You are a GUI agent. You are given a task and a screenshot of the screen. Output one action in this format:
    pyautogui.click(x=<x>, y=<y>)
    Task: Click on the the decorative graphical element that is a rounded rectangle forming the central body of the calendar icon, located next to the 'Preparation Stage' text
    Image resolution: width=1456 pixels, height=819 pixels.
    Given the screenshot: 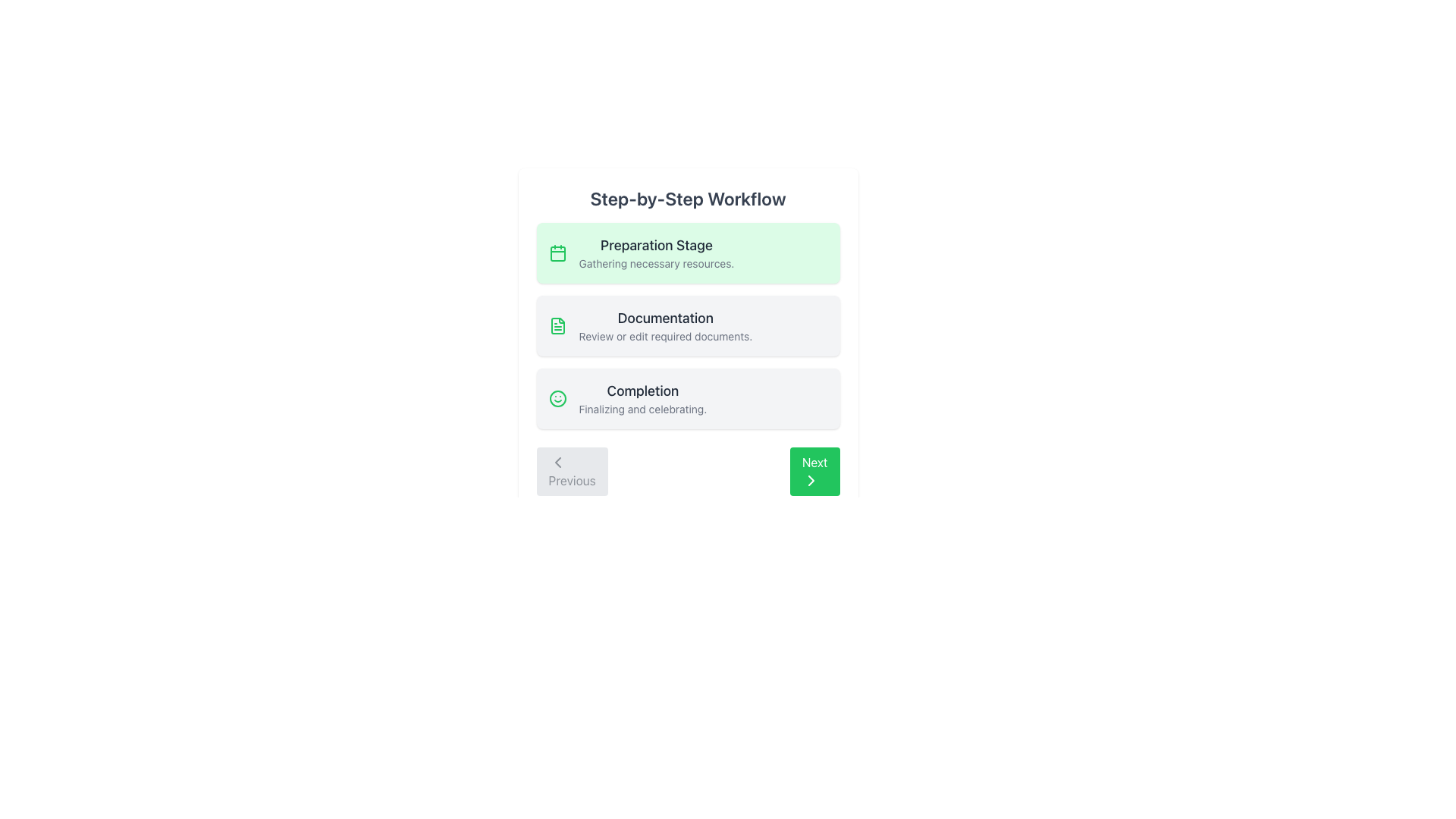 What is the action you would take?
    pyautogui.click(x=557, y=253)
    